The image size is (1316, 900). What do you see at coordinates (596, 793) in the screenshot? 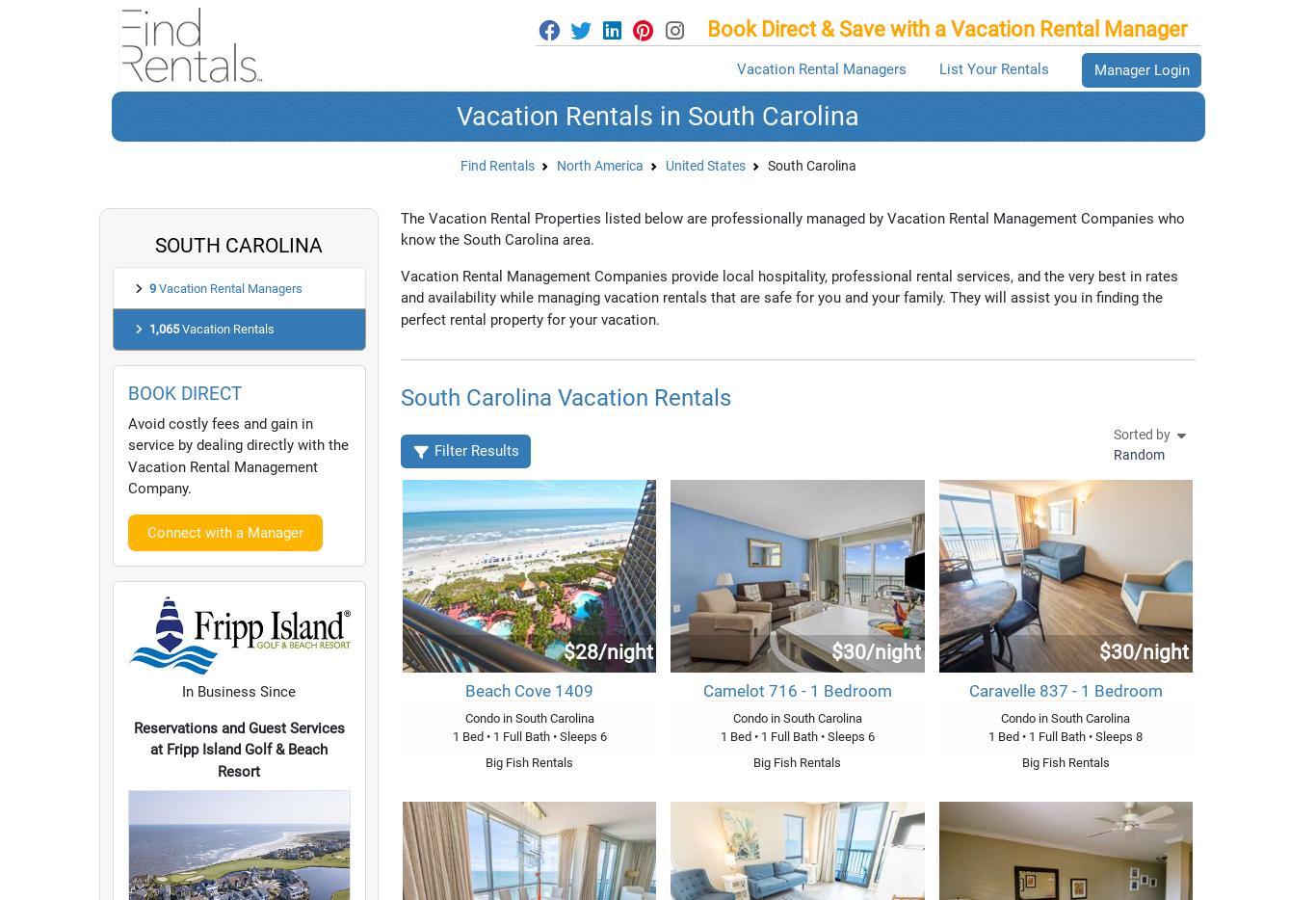
I see `'Absolutely, Find Rentals has 409 fishing
		rentals in South Carolina. You have also many other possibilities in South Carolina area, including:'` at bounding box center [596, 793].